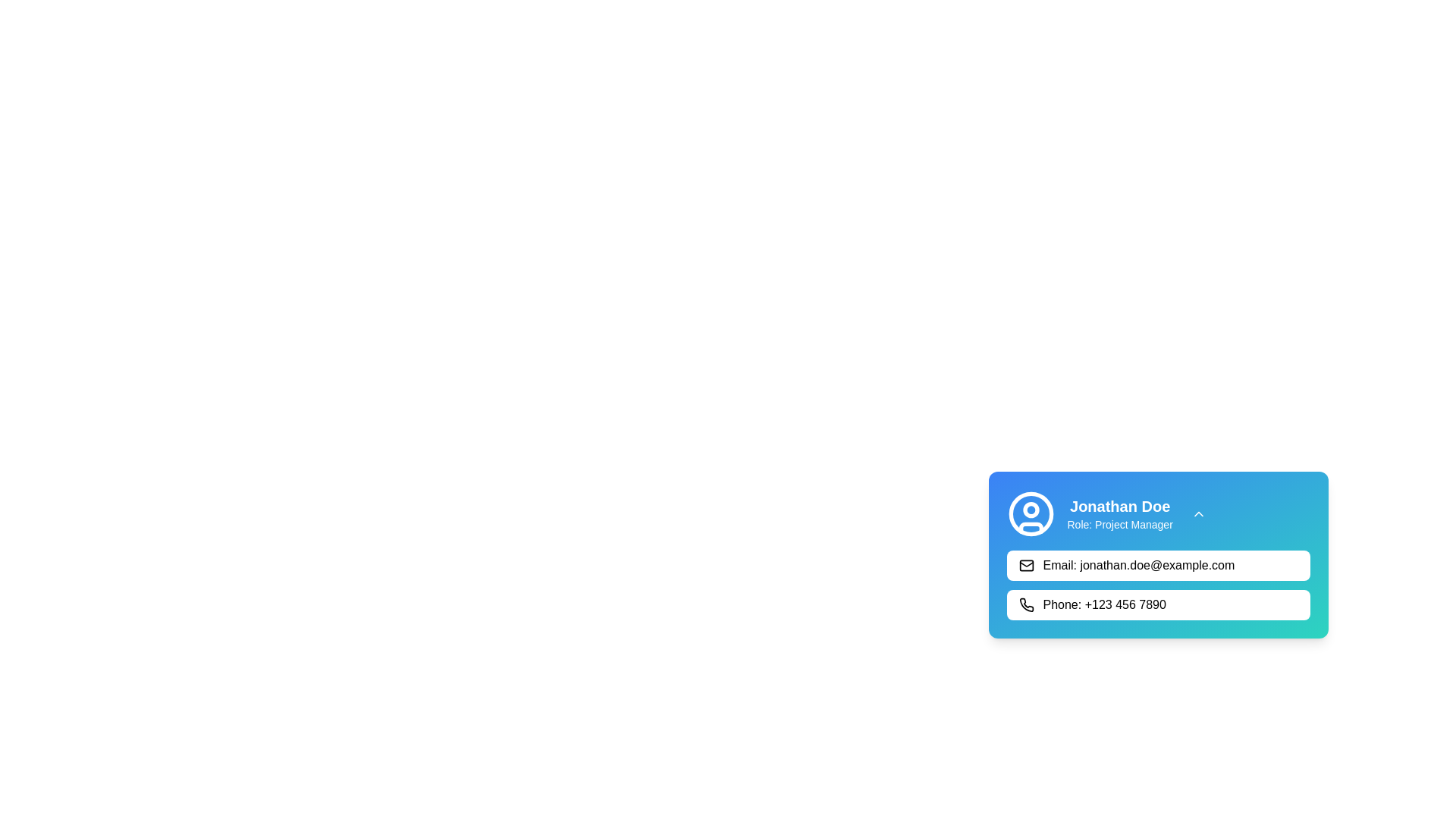 Image resolution: width=1456 pixels, height=819 pixels. Describe the element at coordinates (1120, 523) in the screenshot. I see `text label that displays the role or position of the user below the name 'Jonathan Doe' in the user profile card` at that location.